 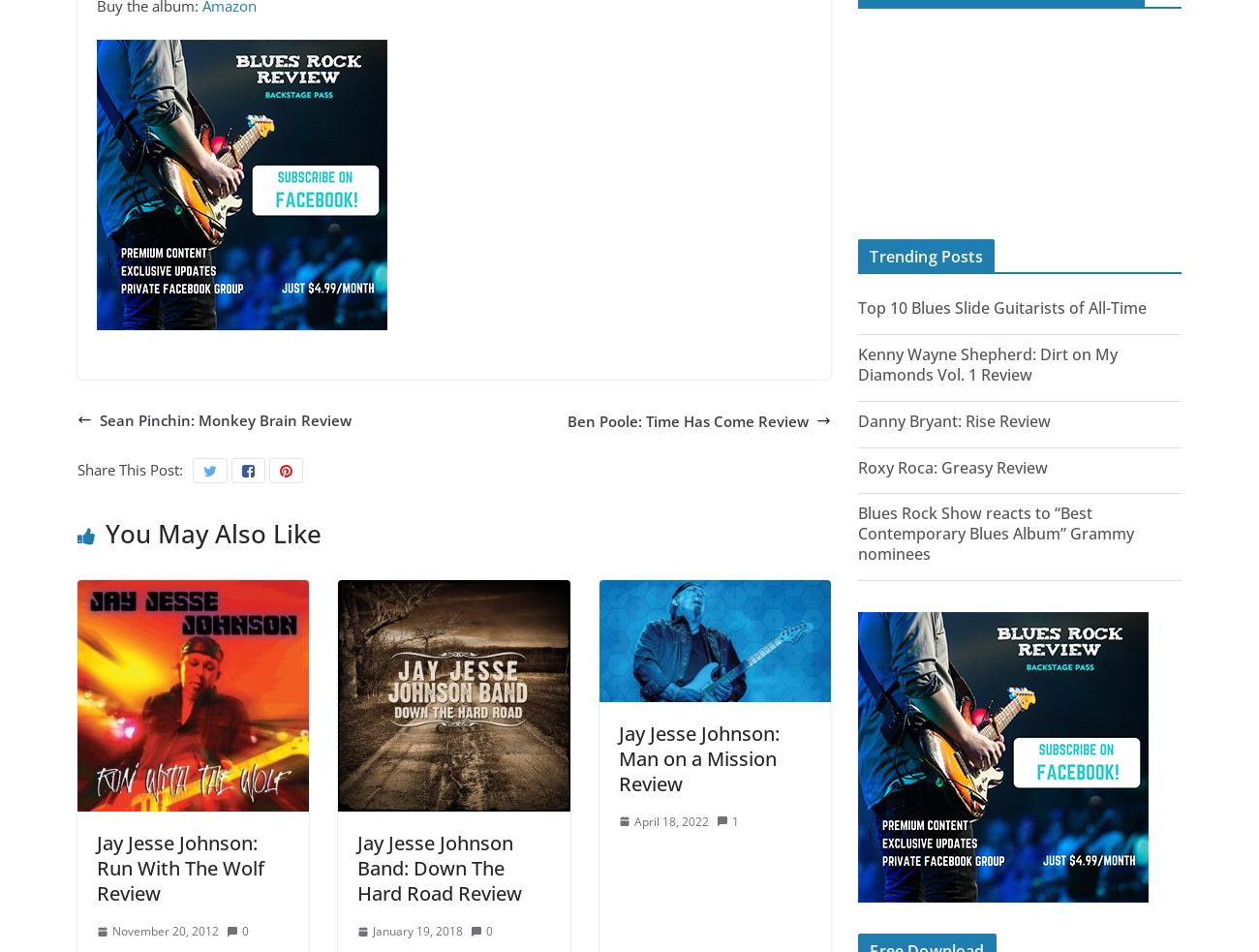 I want to click on 'November 20, 2012', so click(x=165, y=931).